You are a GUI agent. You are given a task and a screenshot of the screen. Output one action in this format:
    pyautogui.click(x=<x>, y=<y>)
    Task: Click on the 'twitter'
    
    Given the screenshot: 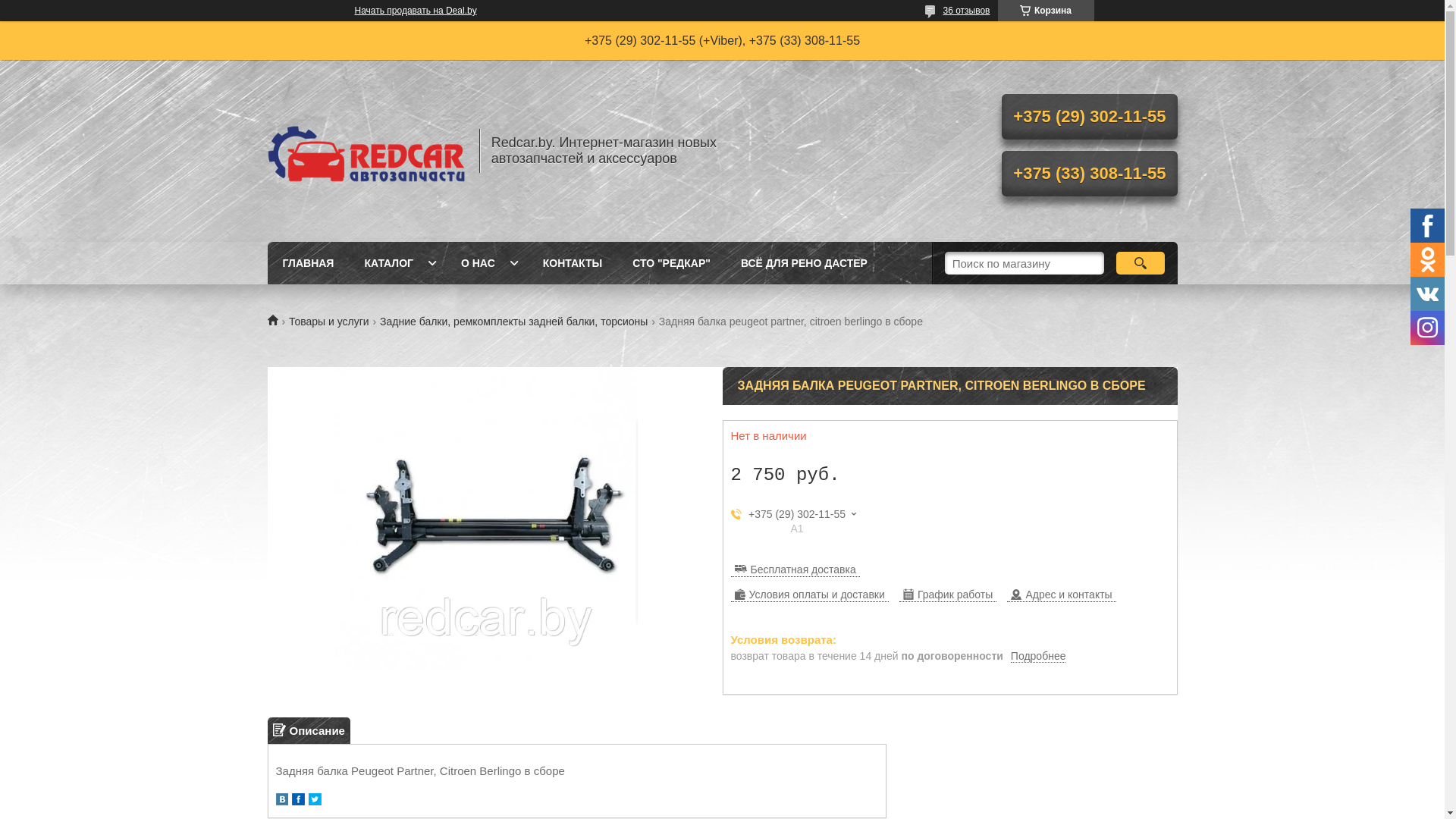 What is the action you would take?
    pyautogui.click(x=307, y=800)
    